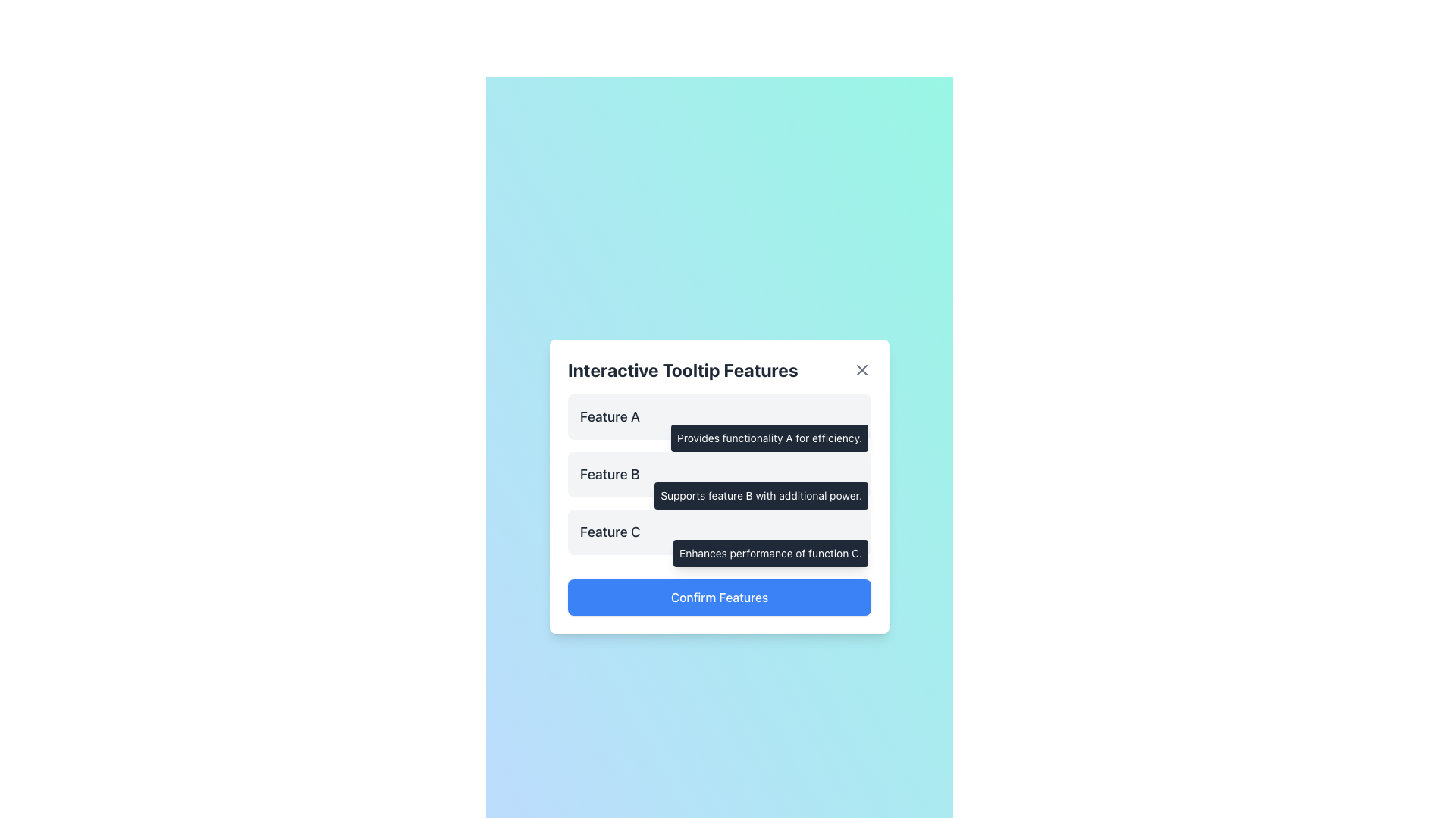  Describe the element at coordinates (770, 438) in the screenshot. I see `the tooltip providing additional descriptive information about 'Feature A' located near the upper-right of the 'Feature A' label in the interactive tooltip features dialog` at that location.